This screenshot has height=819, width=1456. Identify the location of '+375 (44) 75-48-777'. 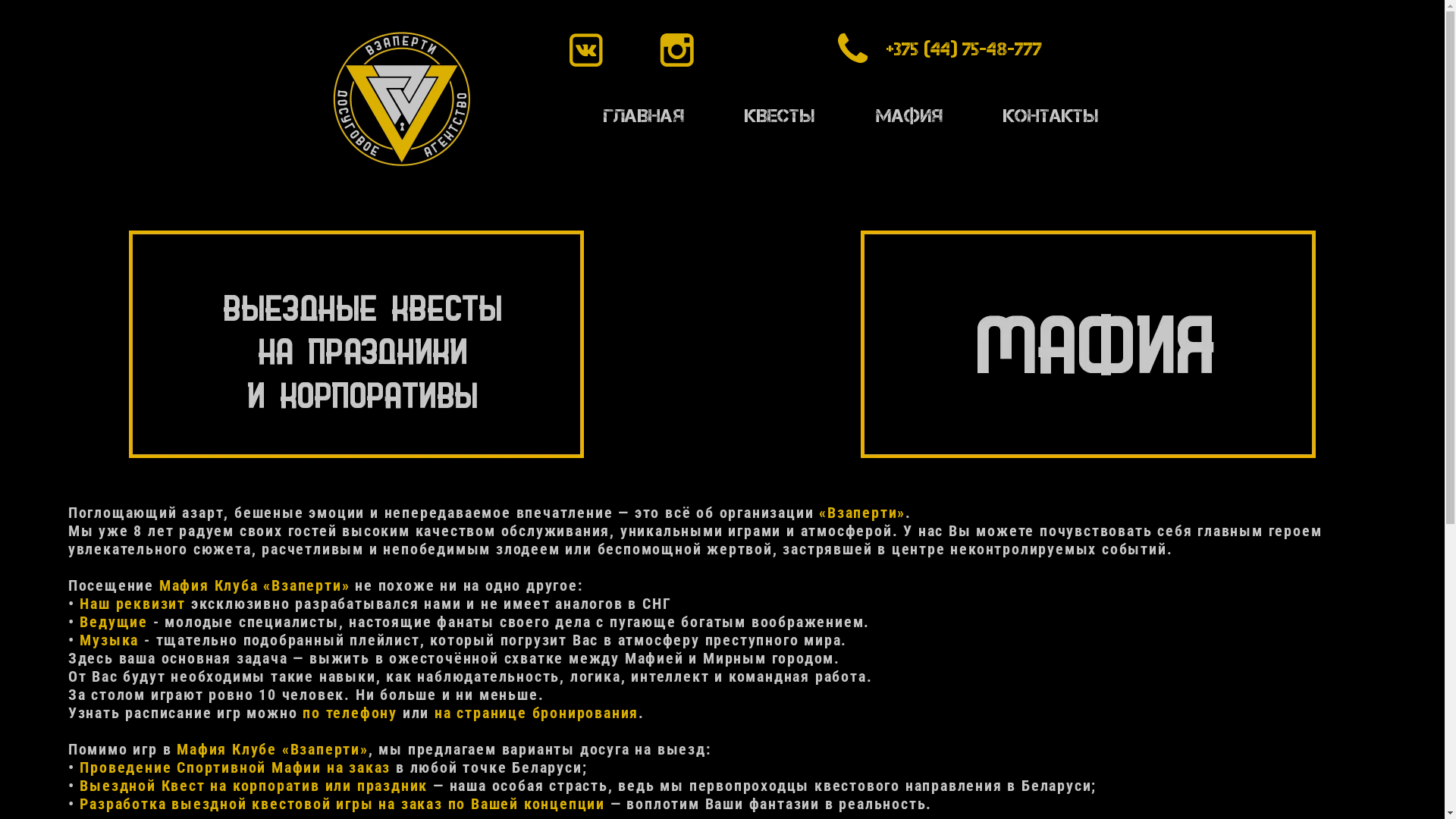
(877, 49).